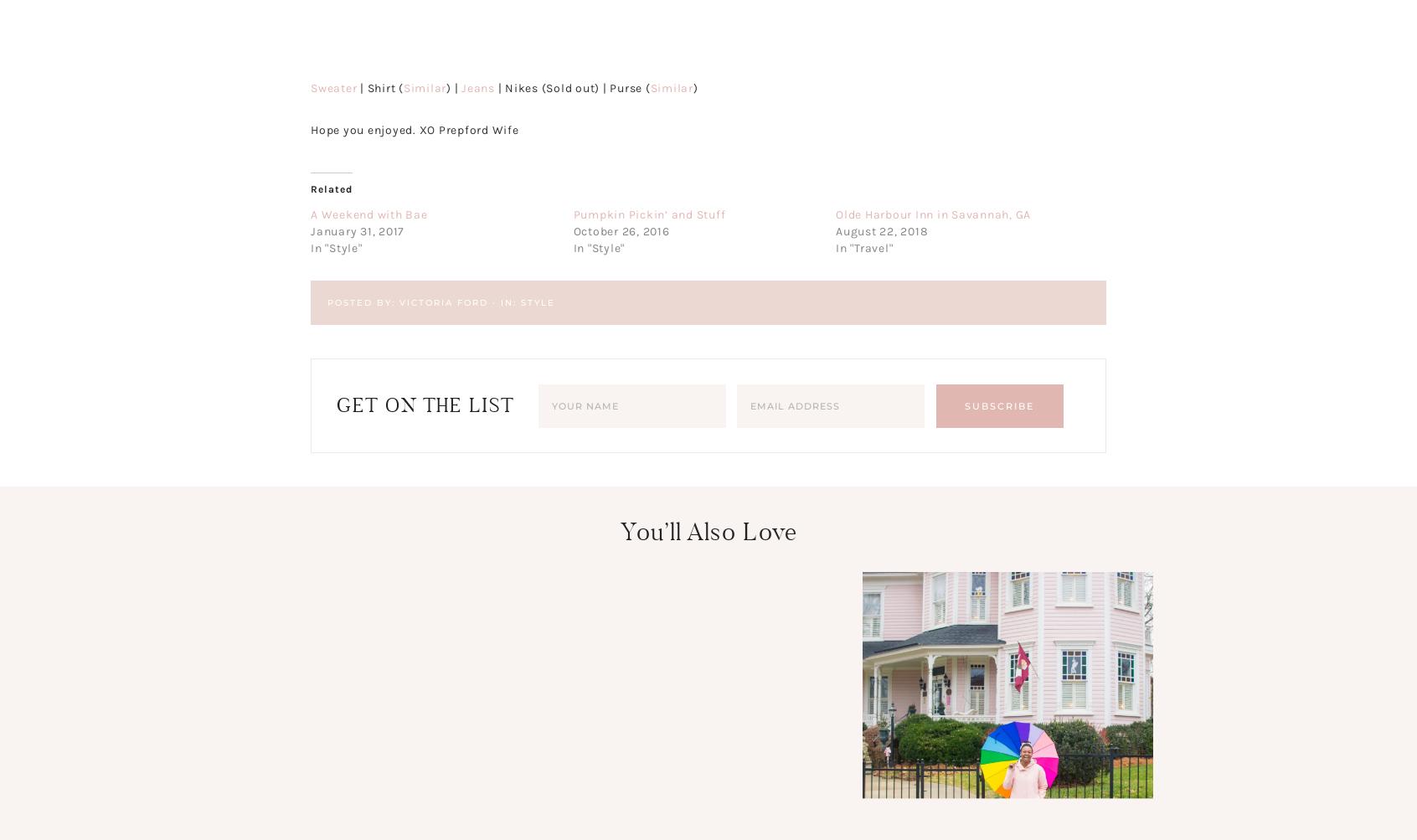 Image resolution: width=1417 pixels, height=840 pixels. Describe the element at coordinates (509, 301) in the screenshot. I see `'In:'` at that location.